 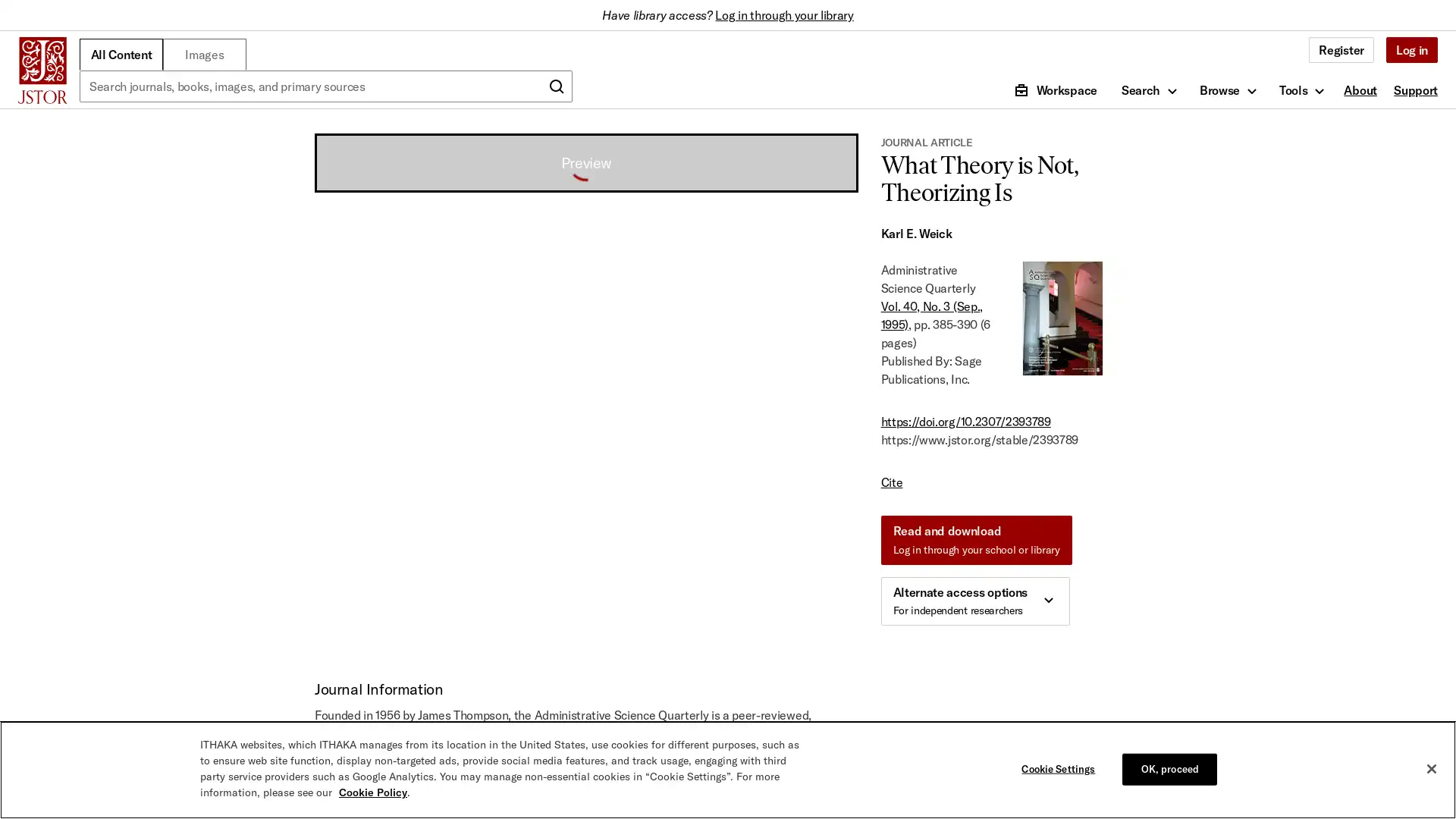 I want to click on Register, so click(x=1341, y=49).